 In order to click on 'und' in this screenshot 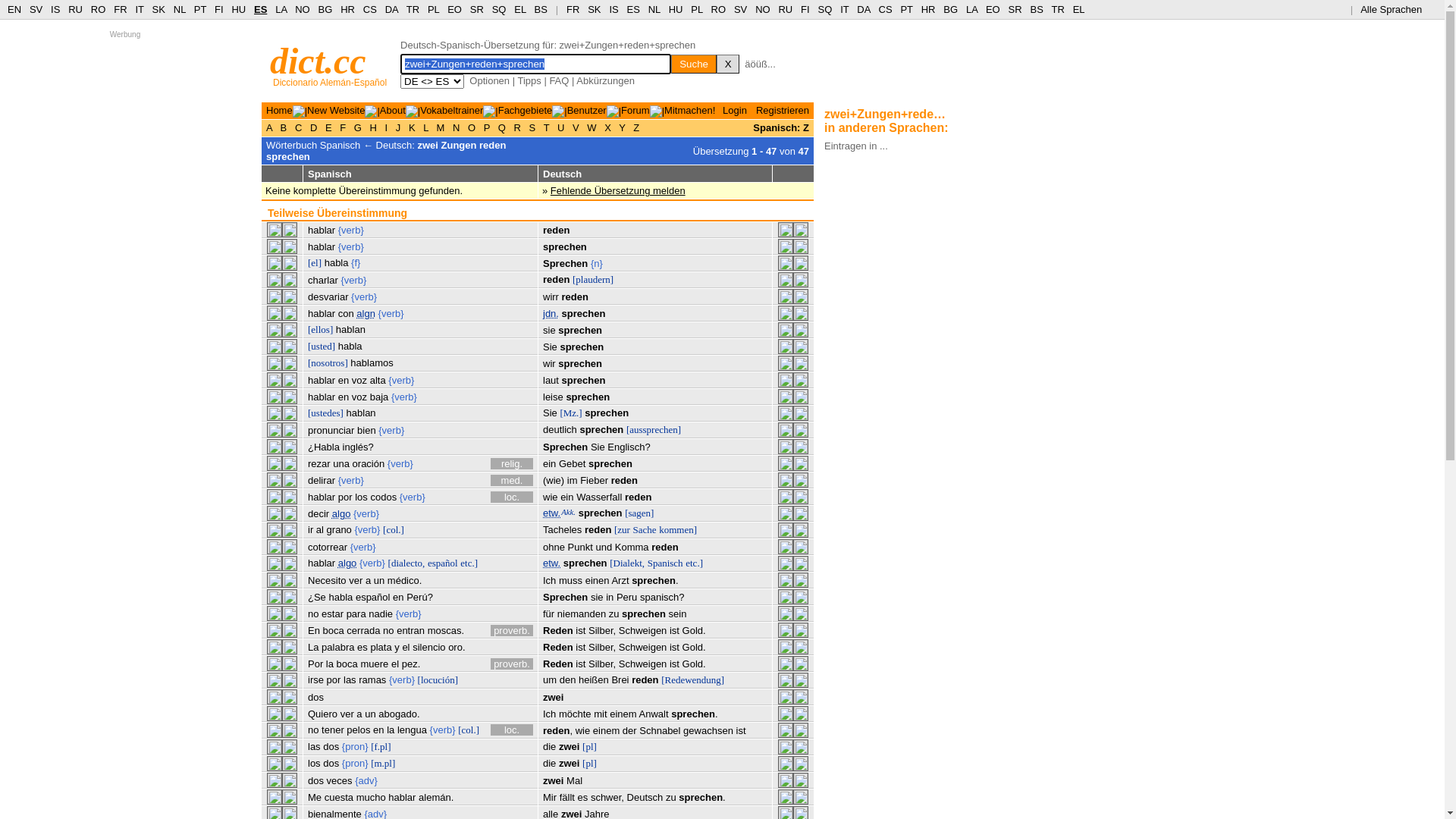, I will do `click(603, 547)`.